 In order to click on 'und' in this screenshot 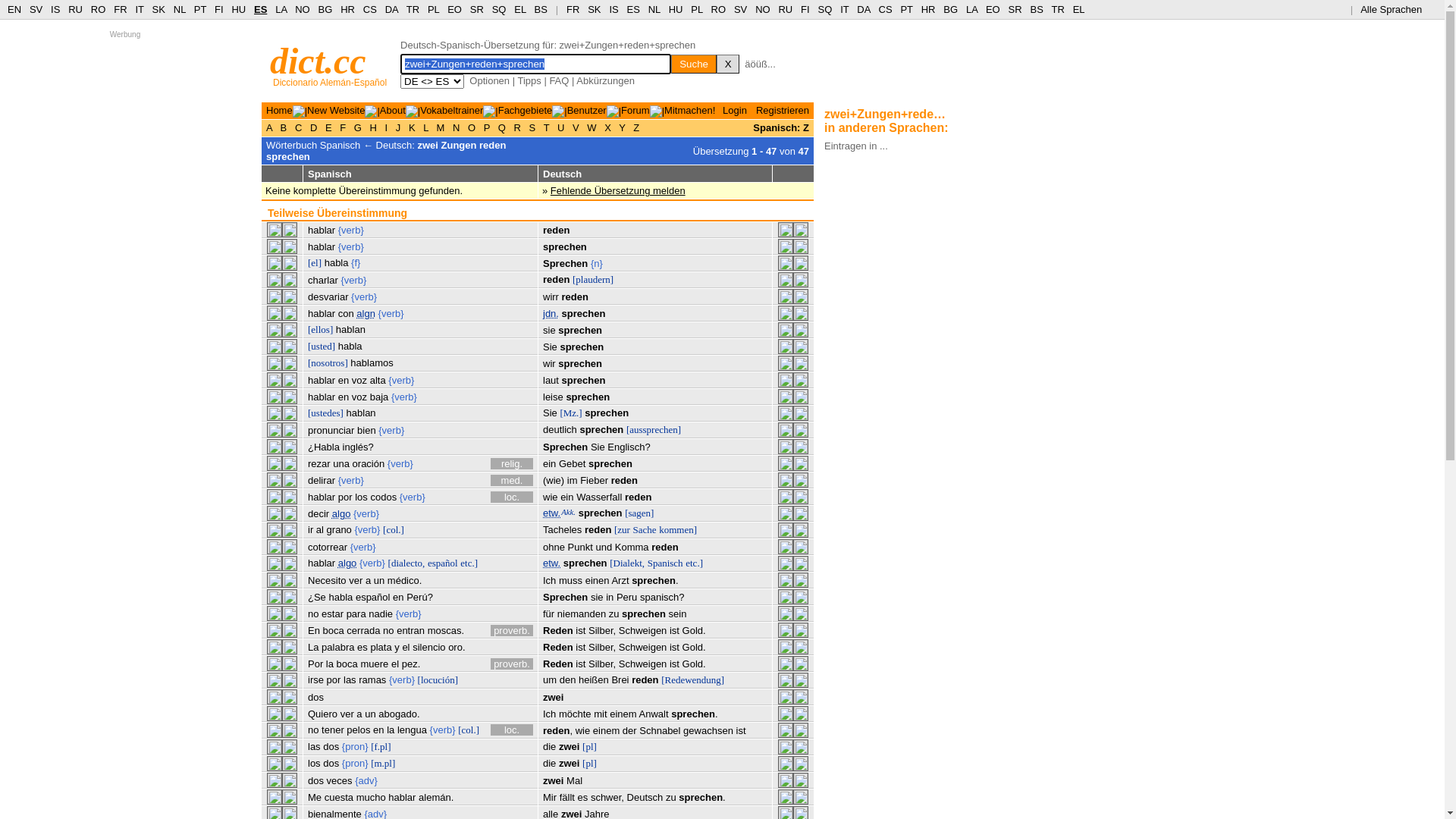, I will do `click(603, 547)`.